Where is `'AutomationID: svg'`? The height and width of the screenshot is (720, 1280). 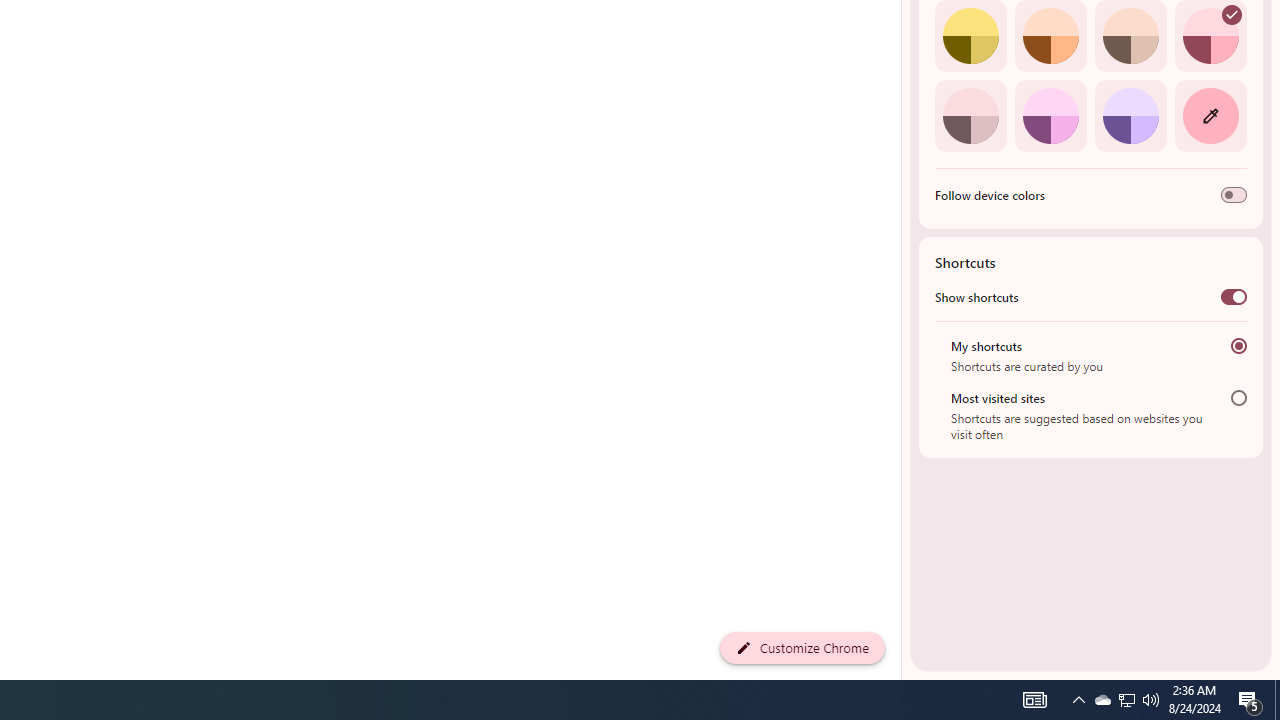 'AutomationID: svg' is located at coordinates (1231, 15).